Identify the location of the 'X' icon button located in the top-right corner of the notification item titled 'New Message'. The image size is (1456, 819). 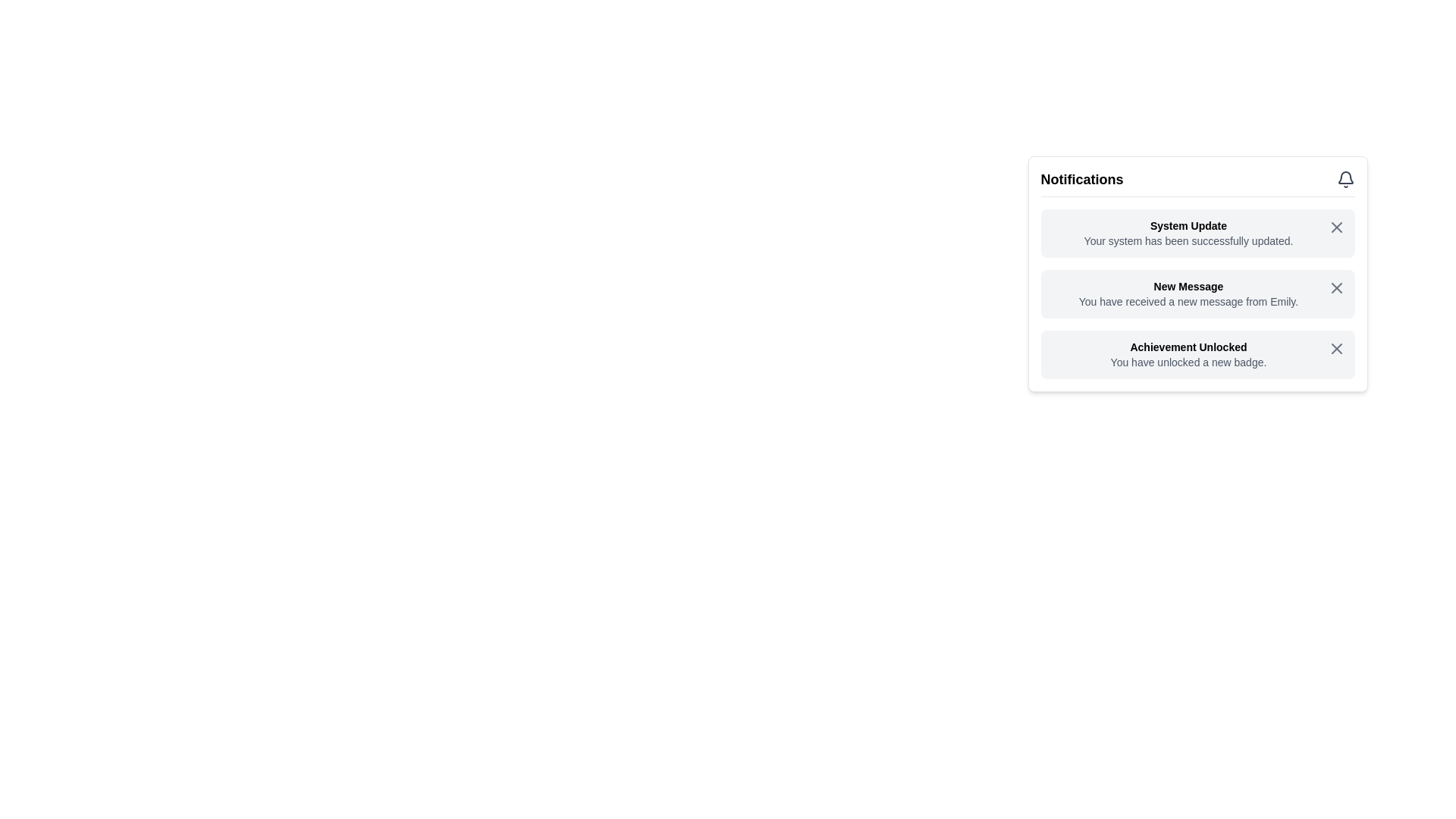
(1336, 288).